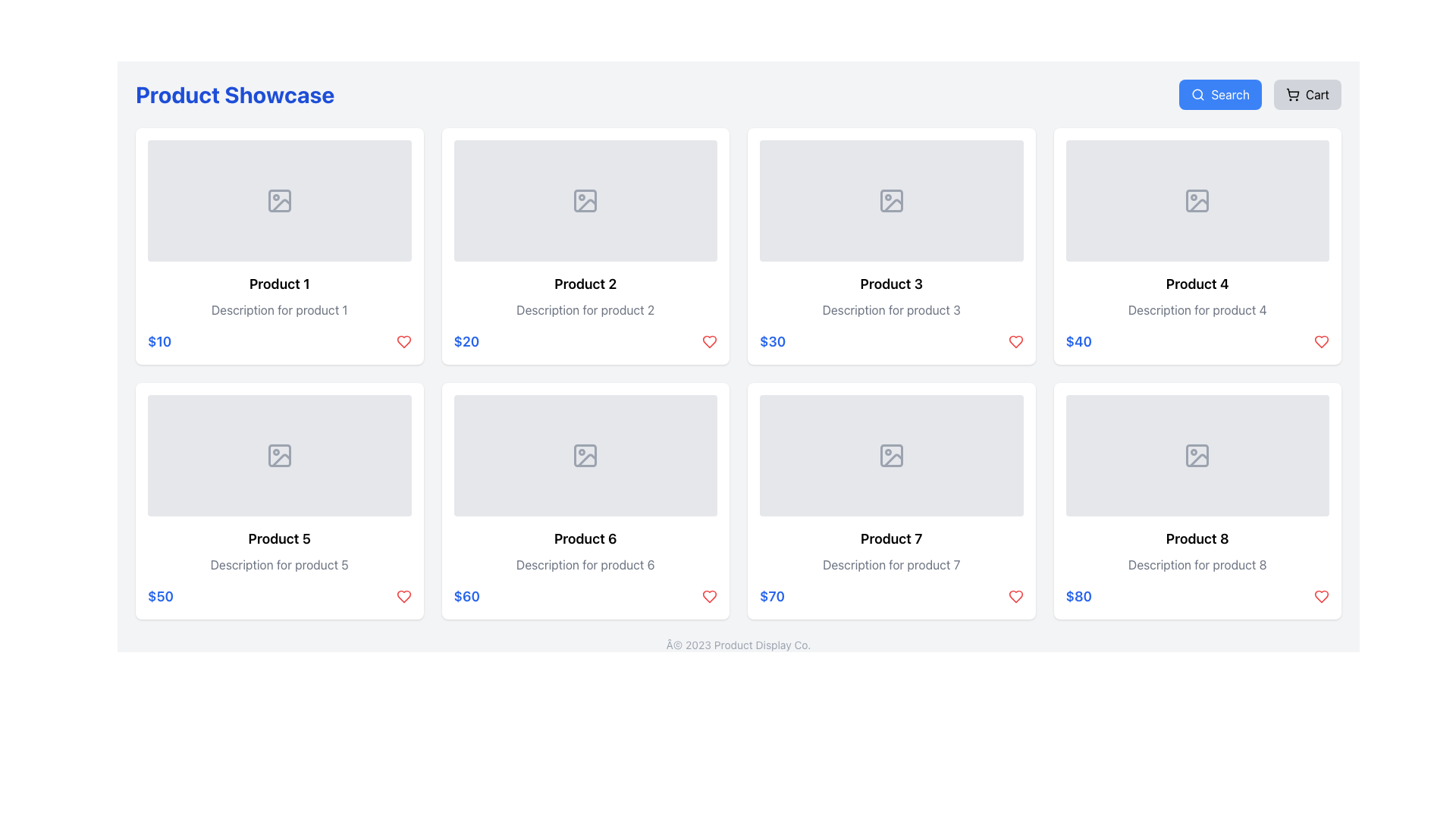 This screenshot has height=819, width=1456. I want to click on the small rectangular component with rounded corners that is part of the photo icon in the top-center region of the eighth product card within the image placeholder, so click(1197, 455).